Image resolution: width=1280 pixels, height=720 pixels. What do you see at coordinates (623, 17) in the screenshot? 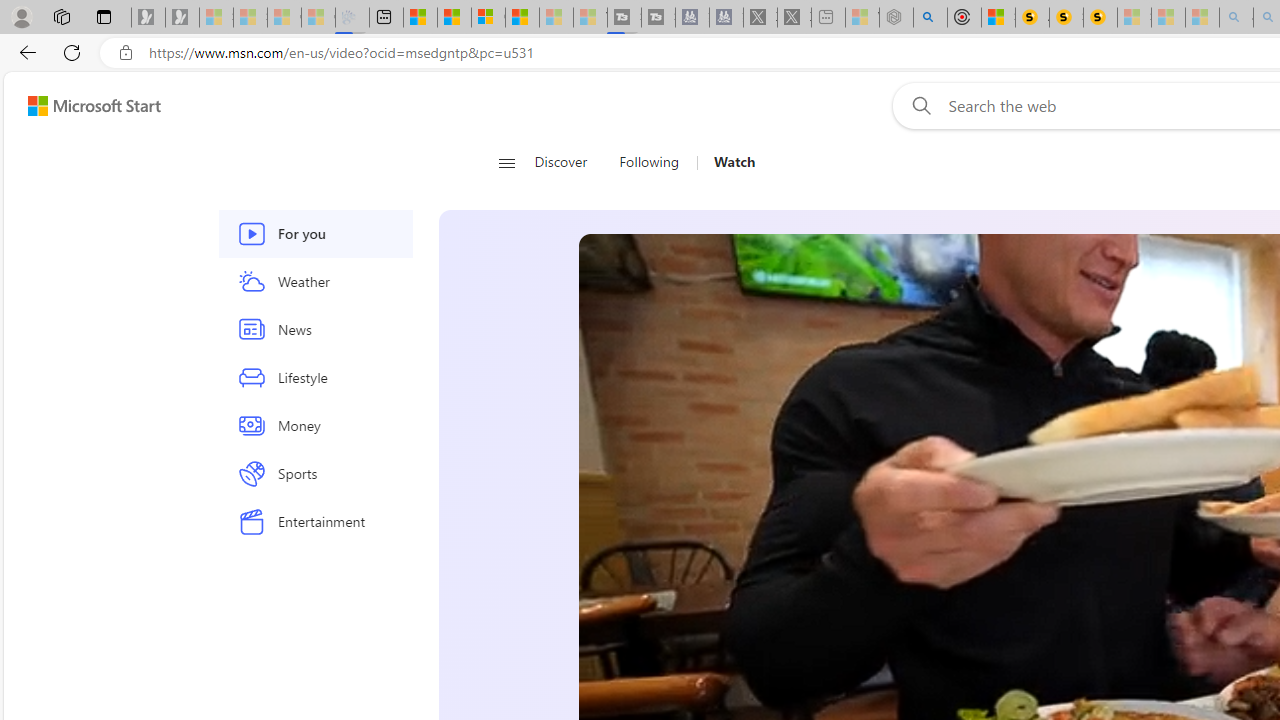
I see `'Streaming Coverage | T3 - Sleeping'` at bounding box center [623, 17].